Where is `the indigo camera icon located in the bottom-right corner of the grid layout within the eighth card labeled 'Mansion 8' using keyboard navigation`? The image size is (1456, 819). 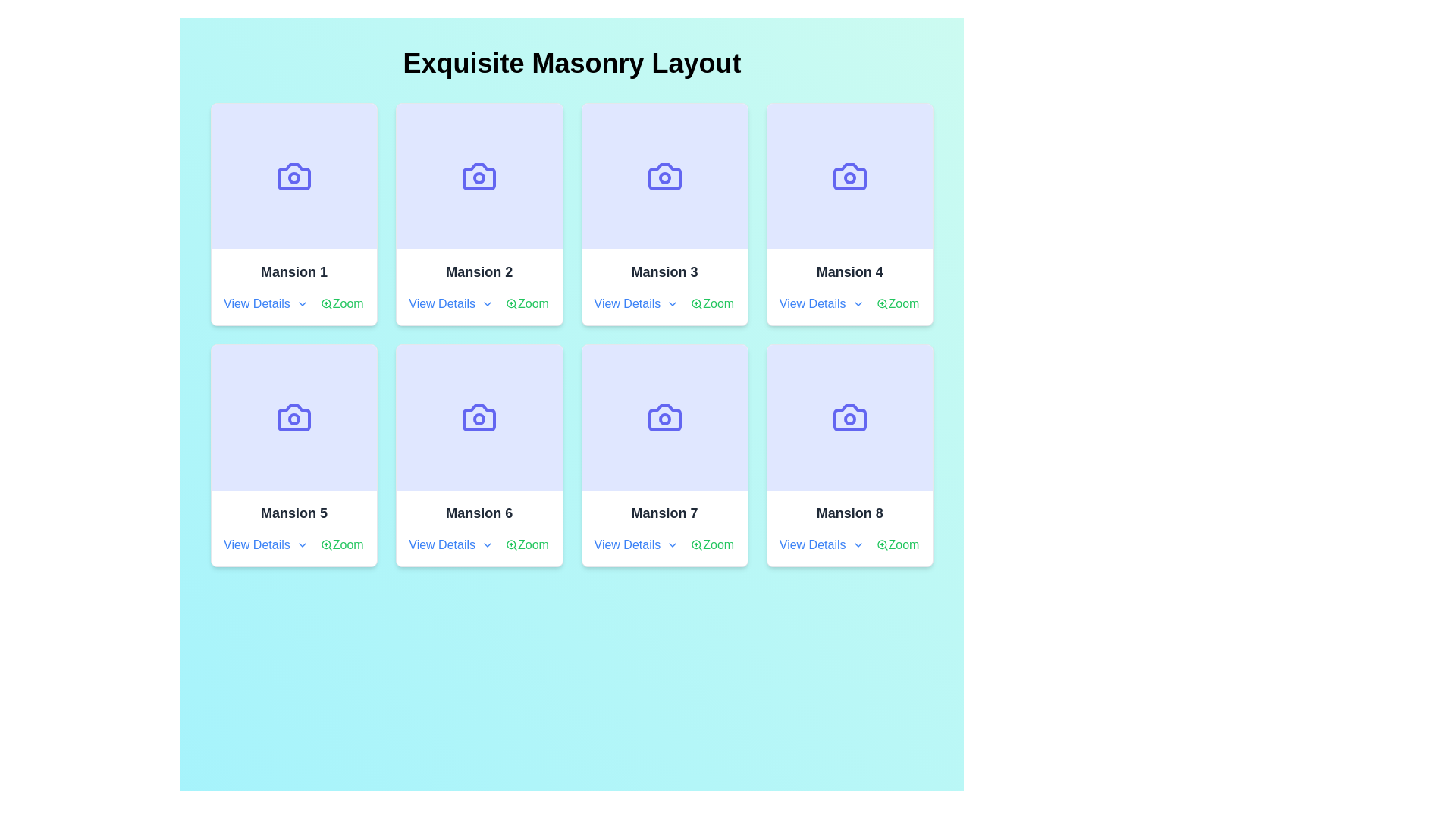 the indigo camera icon located in the bottom-right corner of the grid layout within the eighth card labeled 'Mansion 8' using keyboard navigation is located at coordinates (849, 418).